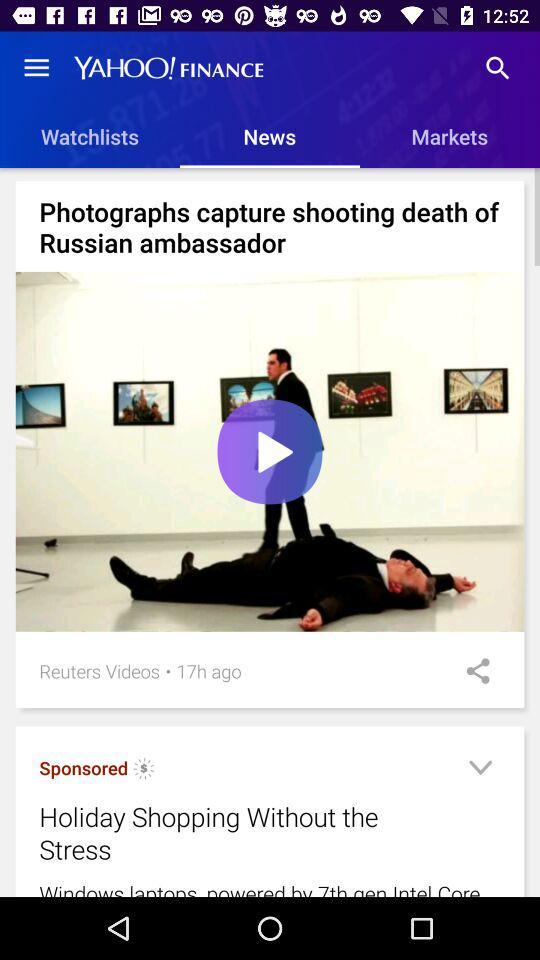 The width and height of the screenshot is (540, 960). Describe the element at coordinates (98, 671) in the screenshot. I see `reuters videos icon` at that location.